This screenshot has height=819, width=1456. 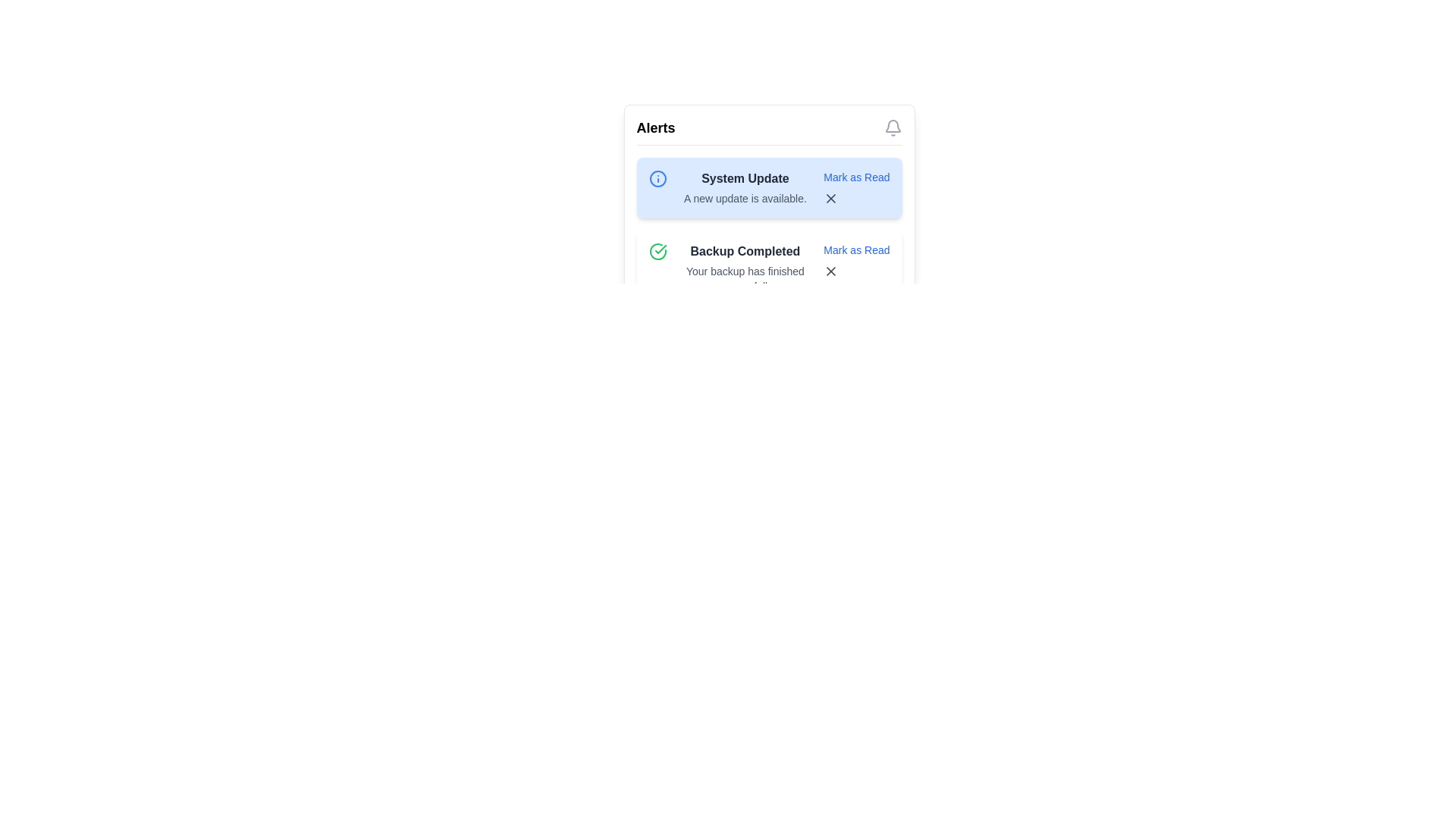 What do you see at coordinates (657, 250) in the screenshot?
I see `the green circular segment icon located next to the text 'Backup Completed' in the second alert entry` at bounding box center [657, 250].